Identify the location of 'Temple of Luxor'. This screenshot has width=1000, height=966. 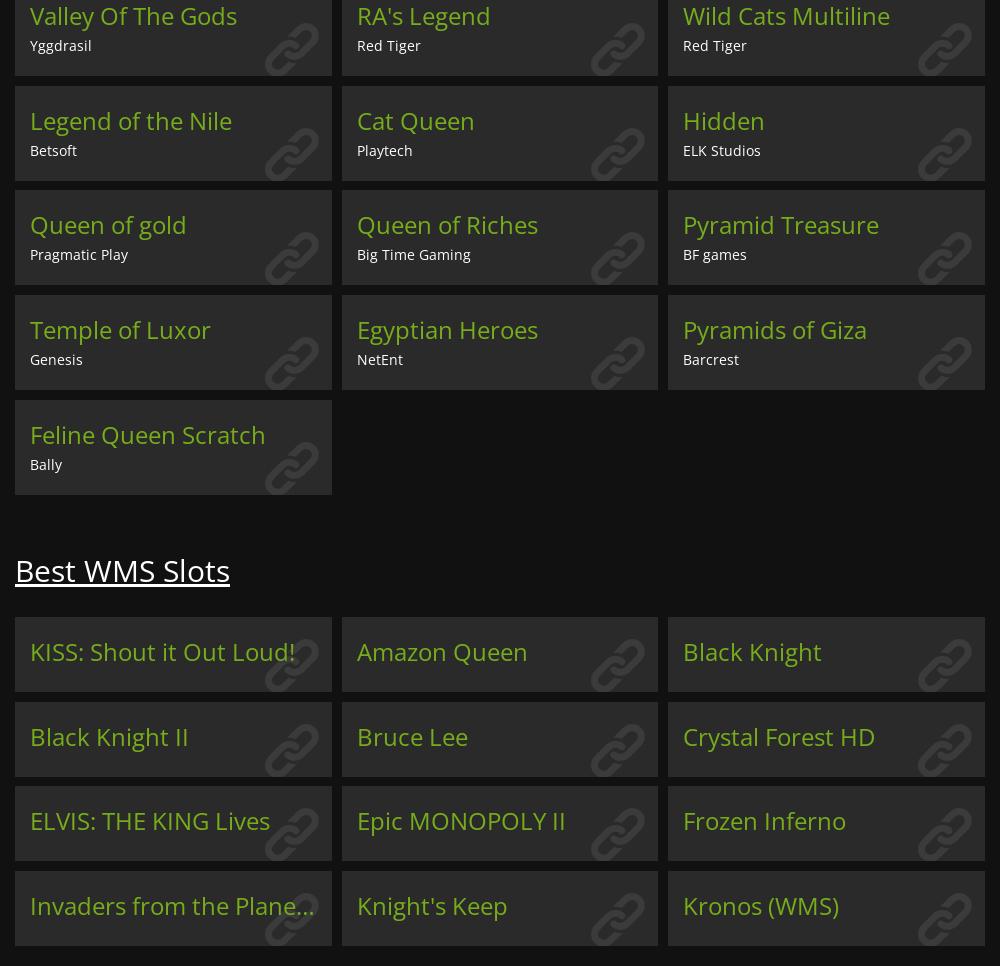
(119, 329).